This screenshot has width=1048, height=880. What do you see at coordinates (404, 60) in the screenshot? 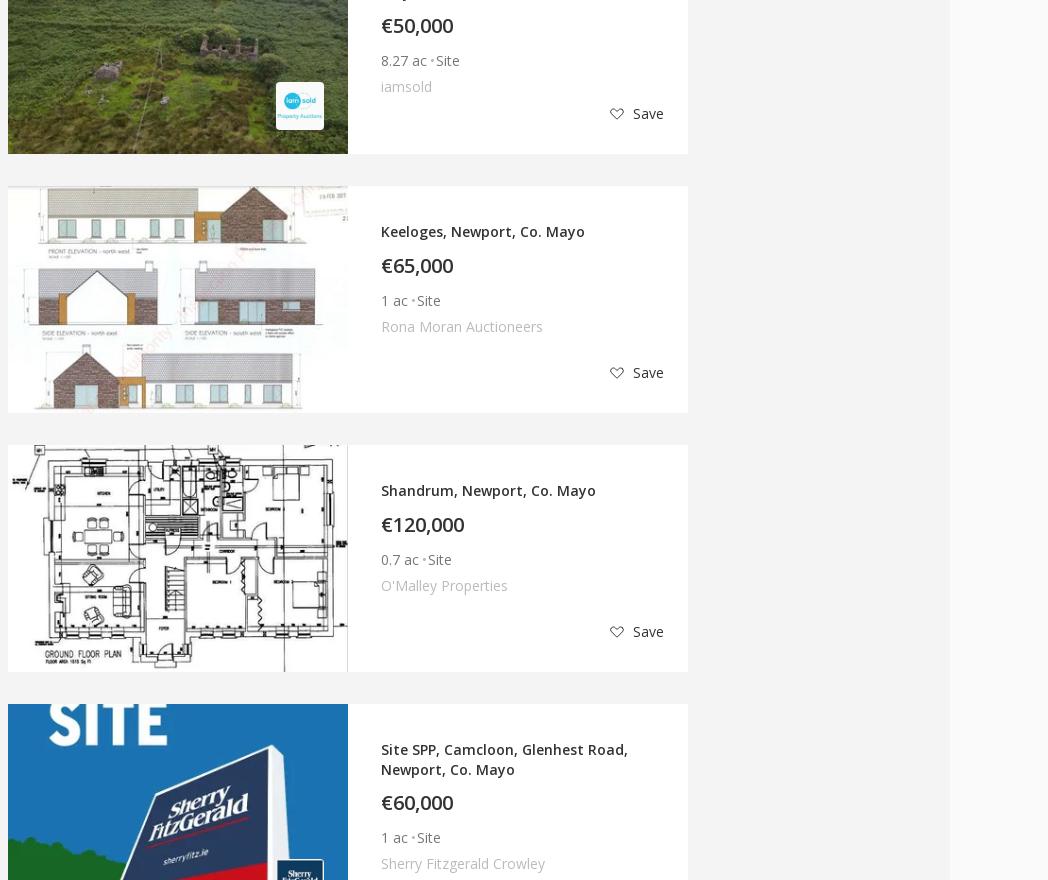
I see `'8.27 ac'` at bounding box center [404, 60].